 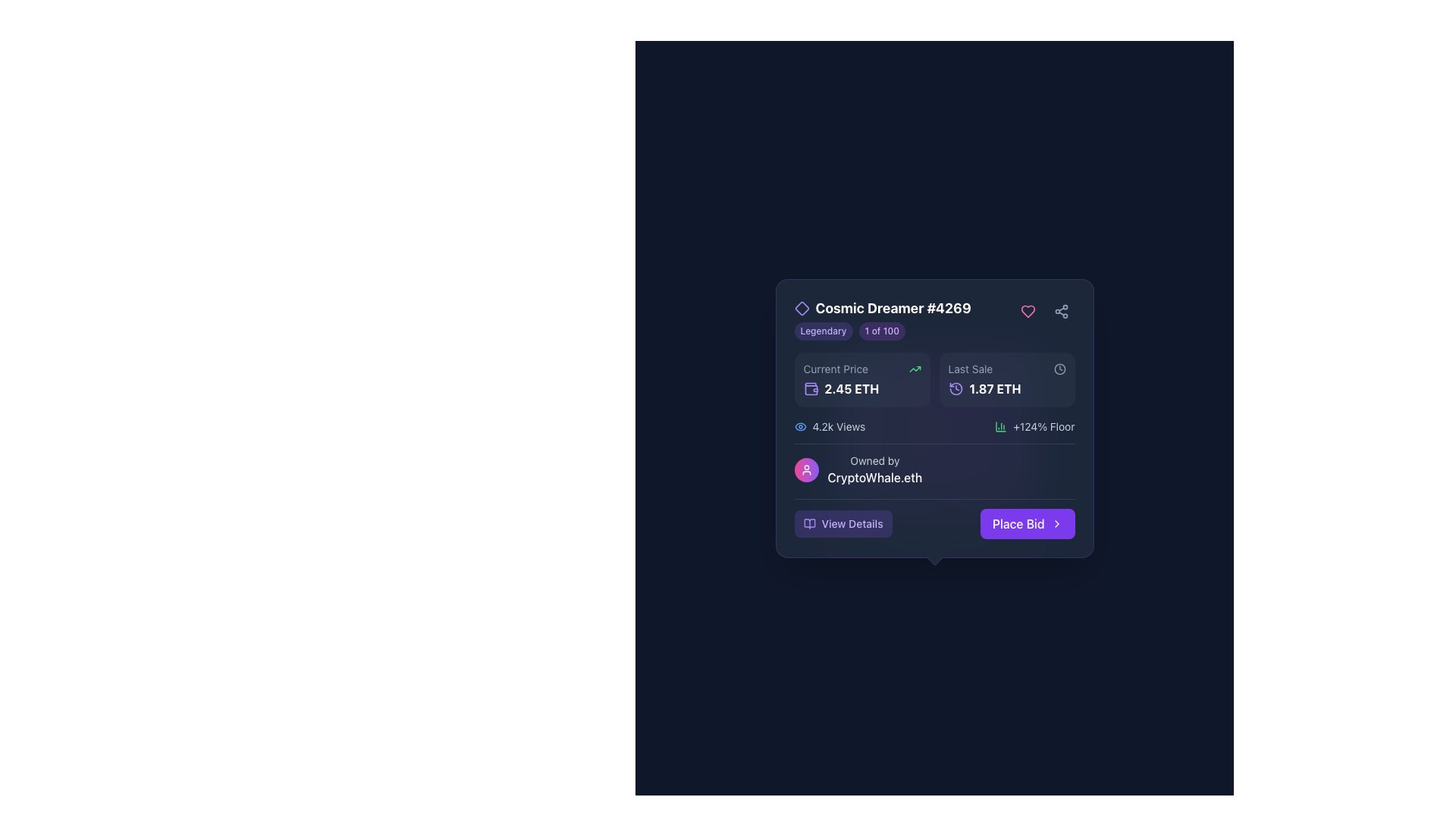 What do you see at coordinates (914, 369) in the screenshot?
I see `the small, upward-trending green outline arrow icon located in the top-right corner of the 'Current Price' section, next to the numerical price display` at bounding box center [914, 369].